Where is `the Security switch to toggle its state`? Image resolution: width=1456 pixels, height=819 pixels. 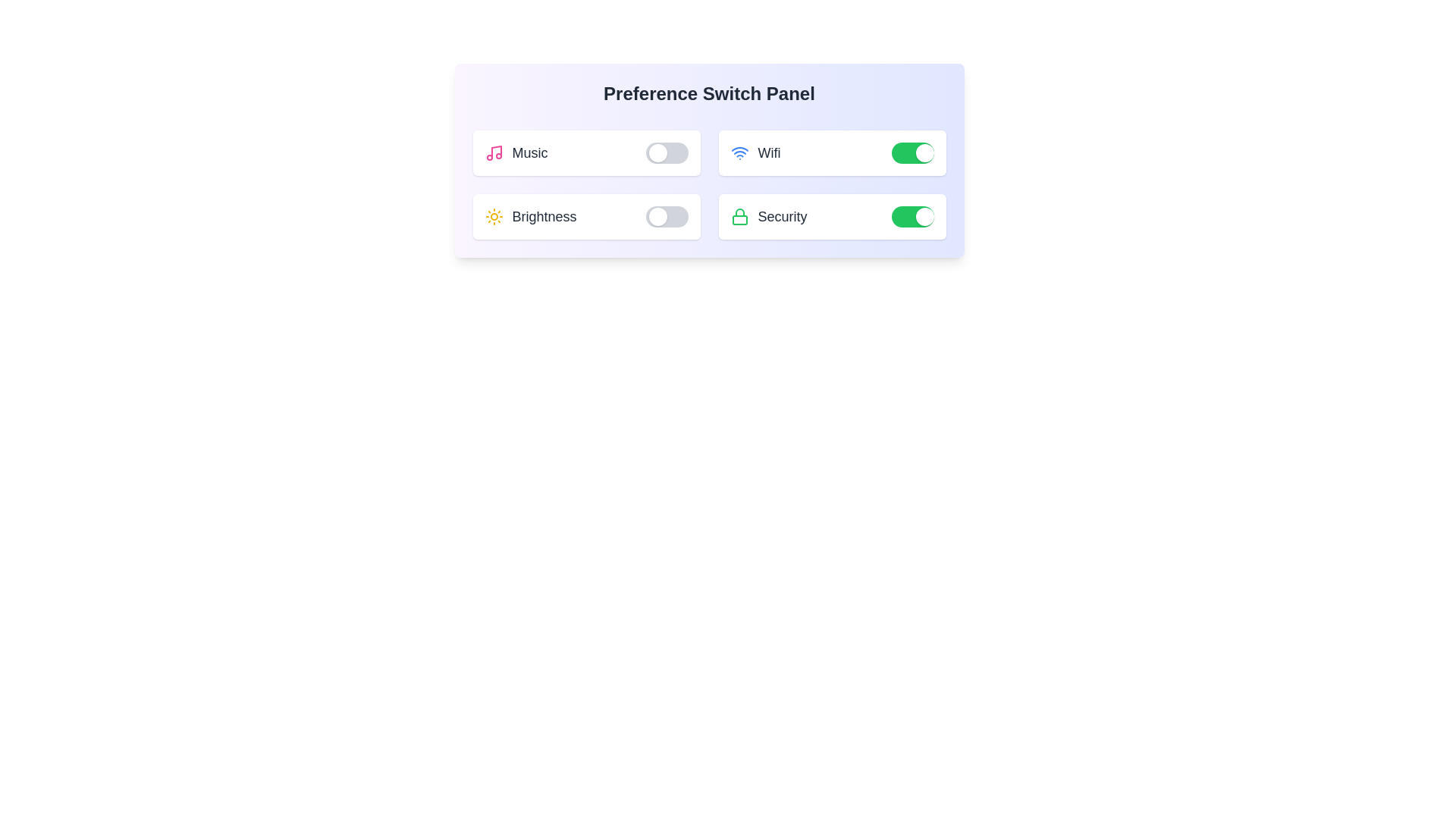
the Security switch to toggle its state is located at coordinates (912, 216).